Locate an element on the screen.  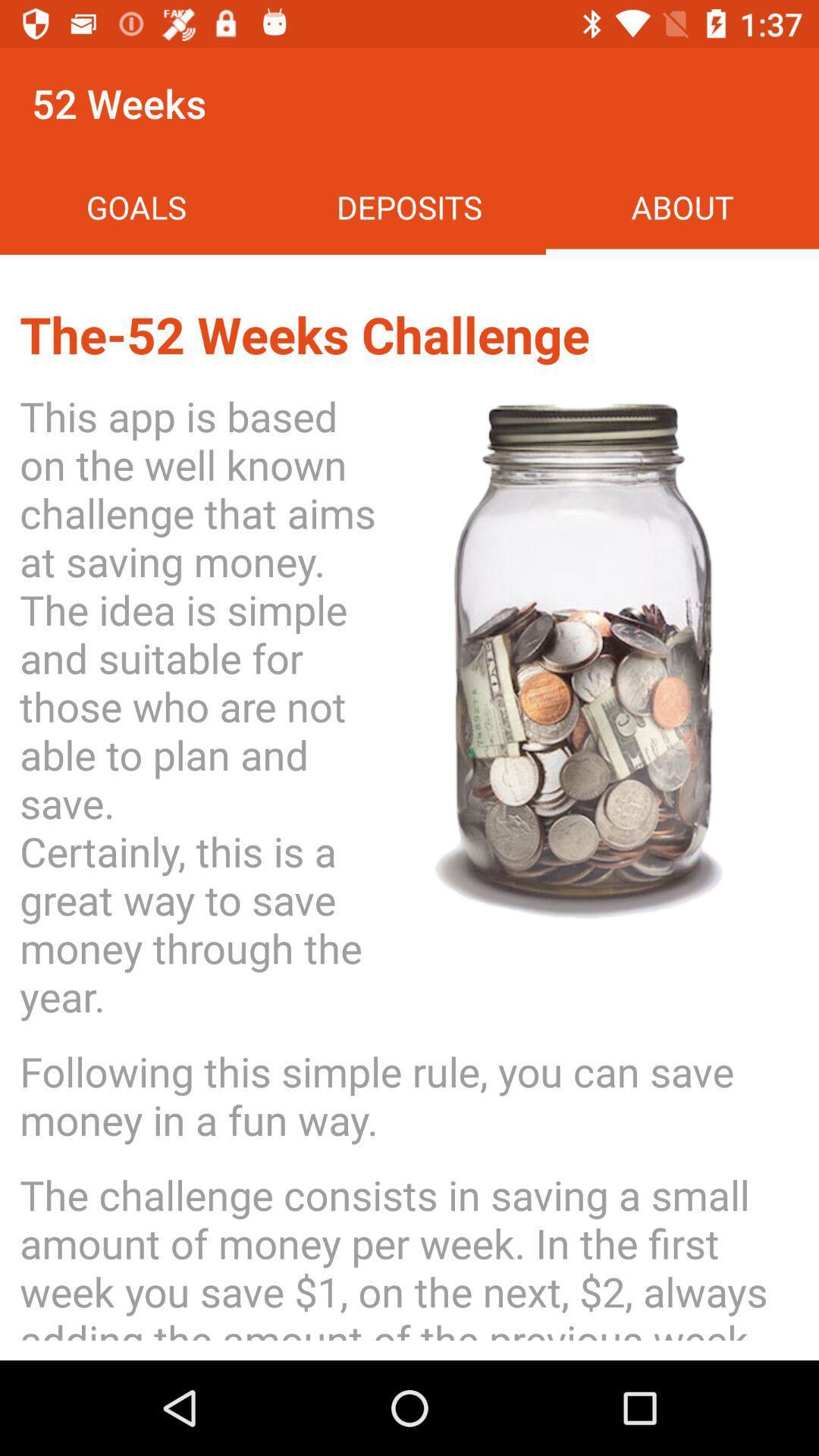
the item next to goals icon is located at coordinates (409, 206).